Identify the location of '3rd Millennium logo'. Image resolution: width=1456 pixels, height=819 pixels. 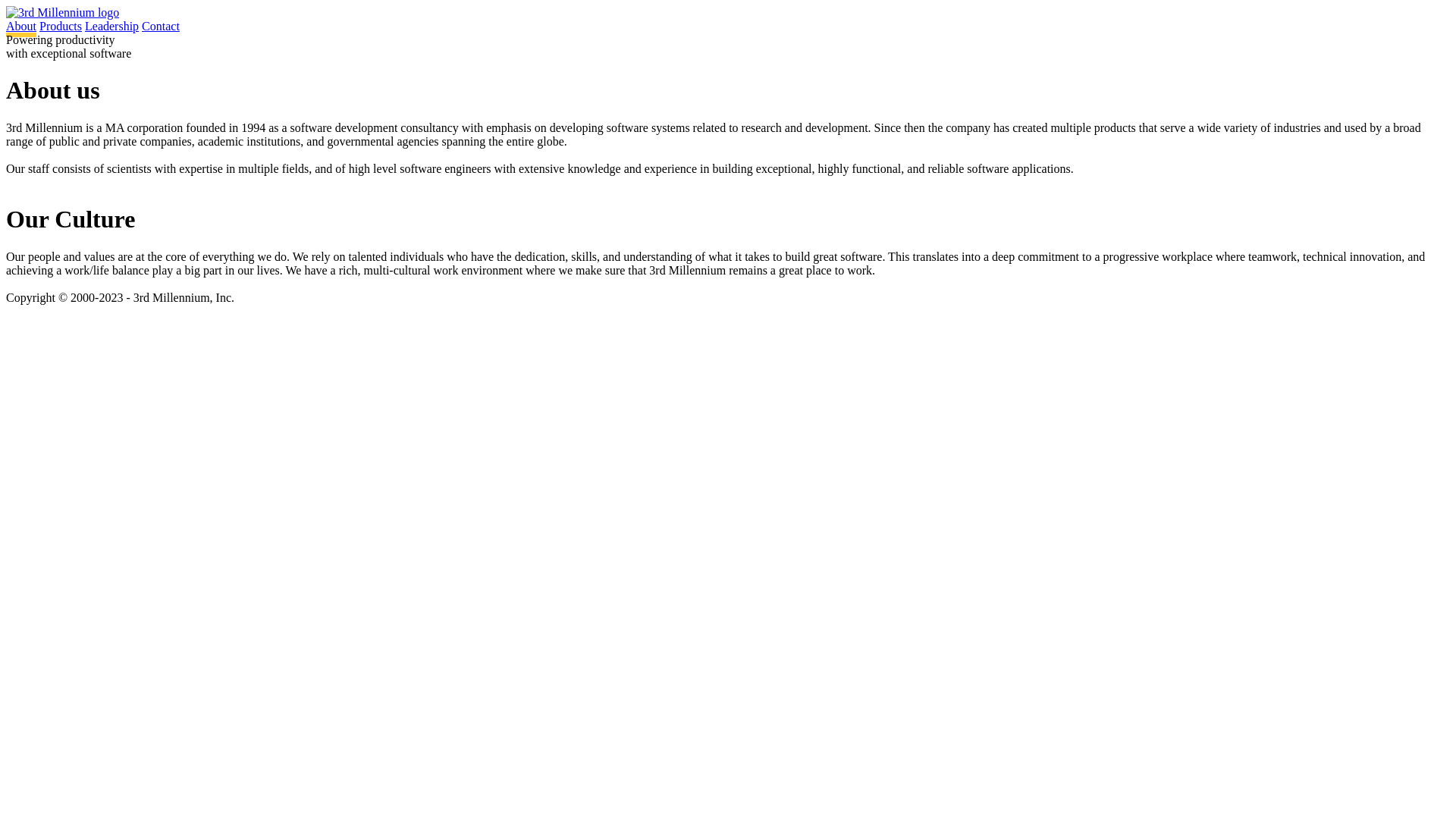
(61, 12).